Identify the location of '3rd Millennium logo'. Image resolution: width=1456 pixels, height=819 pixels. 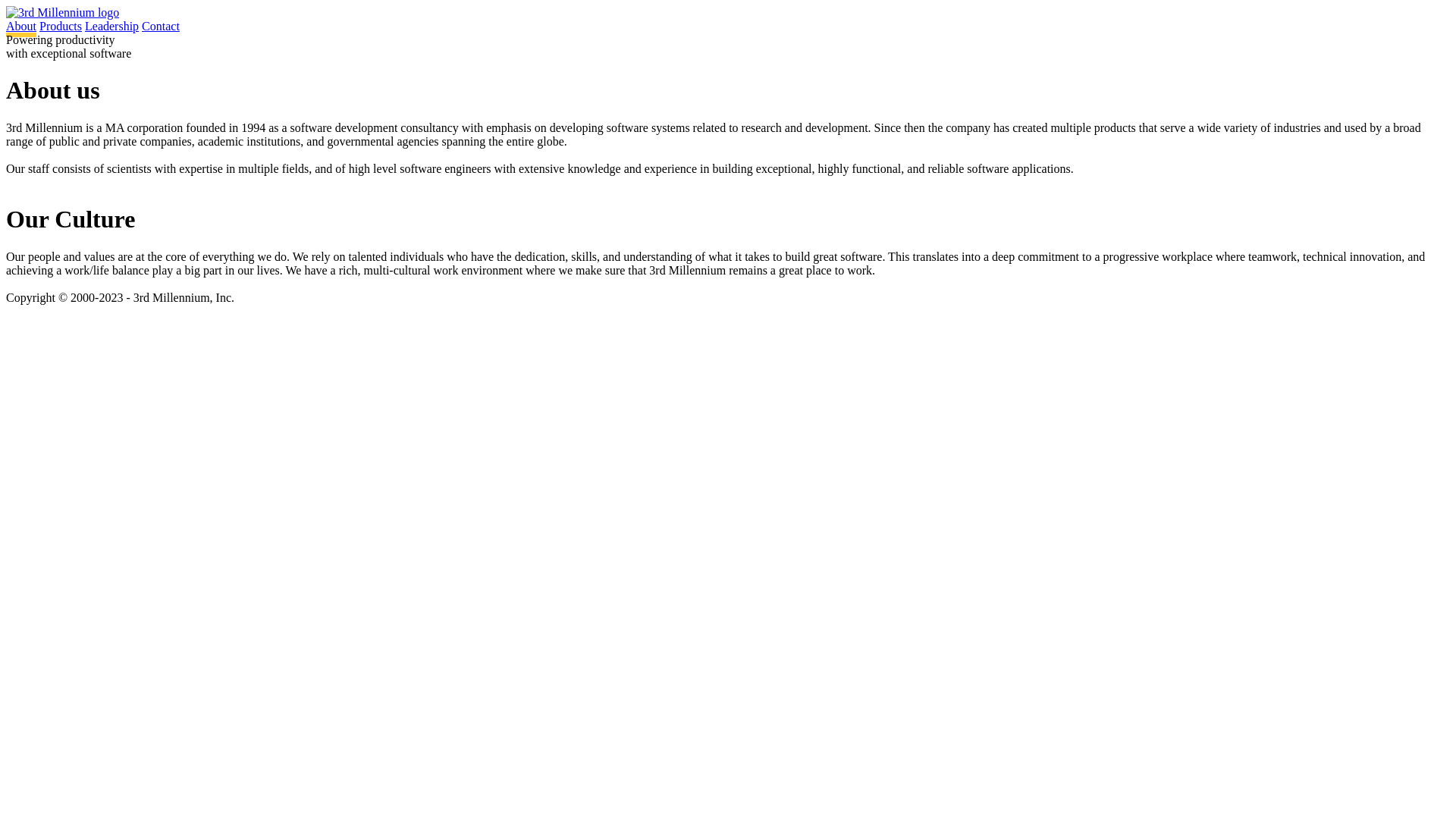
(61, 12).